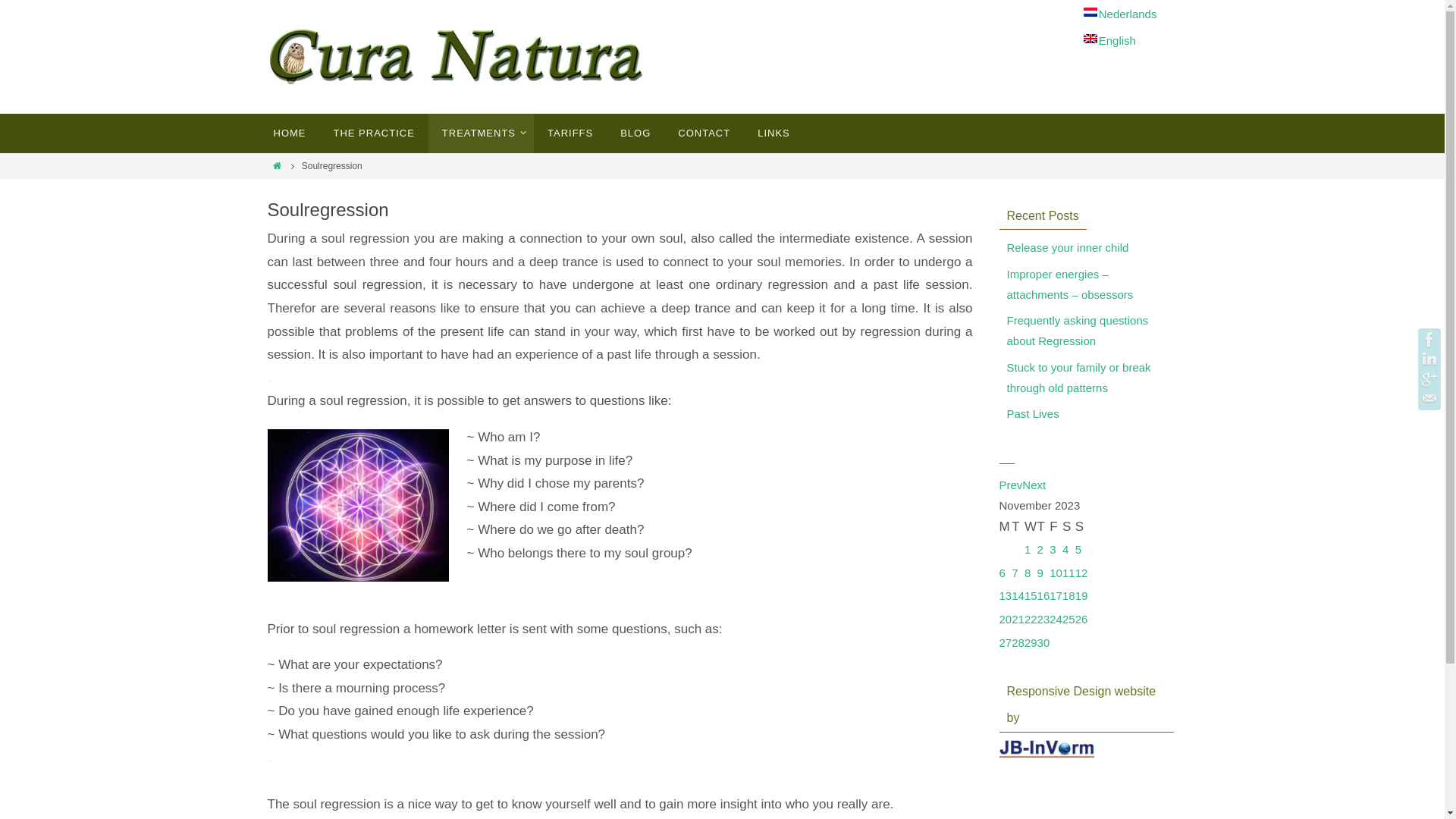 This screenshot has height=819, width=1456. I want to click on '16', so click(1043, 595).